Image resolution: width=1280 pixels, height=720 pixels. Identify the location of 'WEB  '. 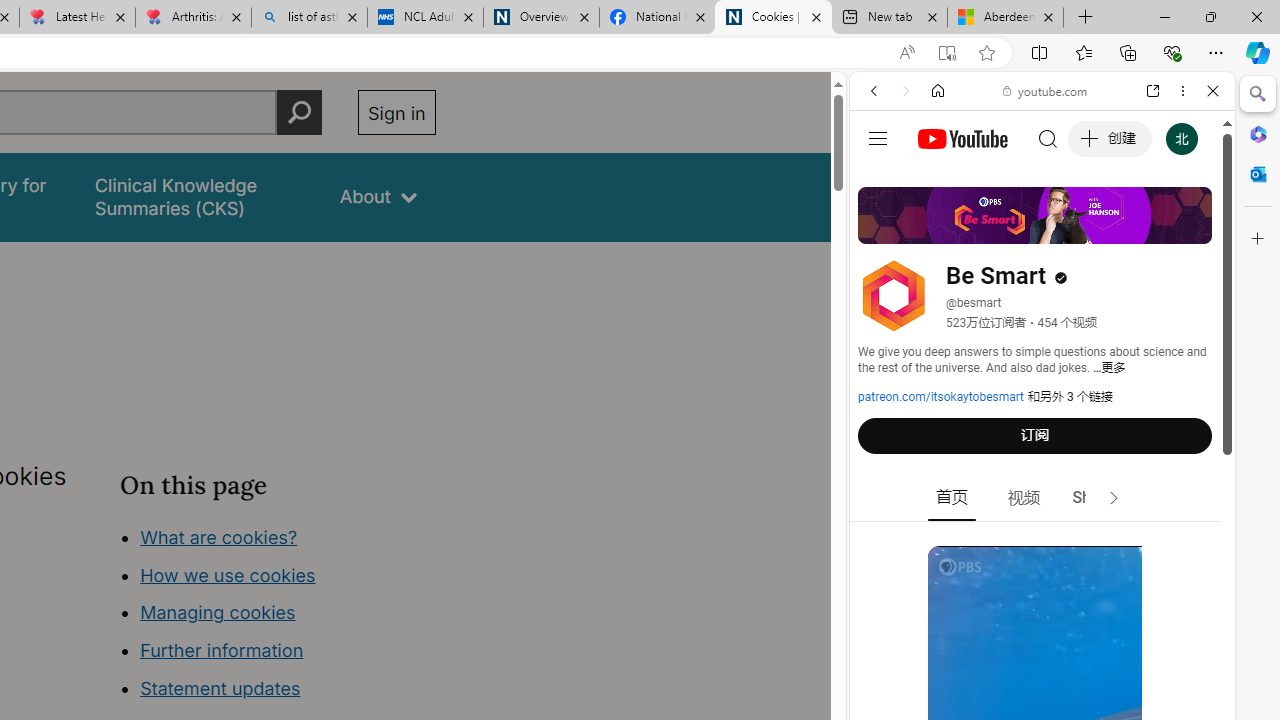
(881, 227).